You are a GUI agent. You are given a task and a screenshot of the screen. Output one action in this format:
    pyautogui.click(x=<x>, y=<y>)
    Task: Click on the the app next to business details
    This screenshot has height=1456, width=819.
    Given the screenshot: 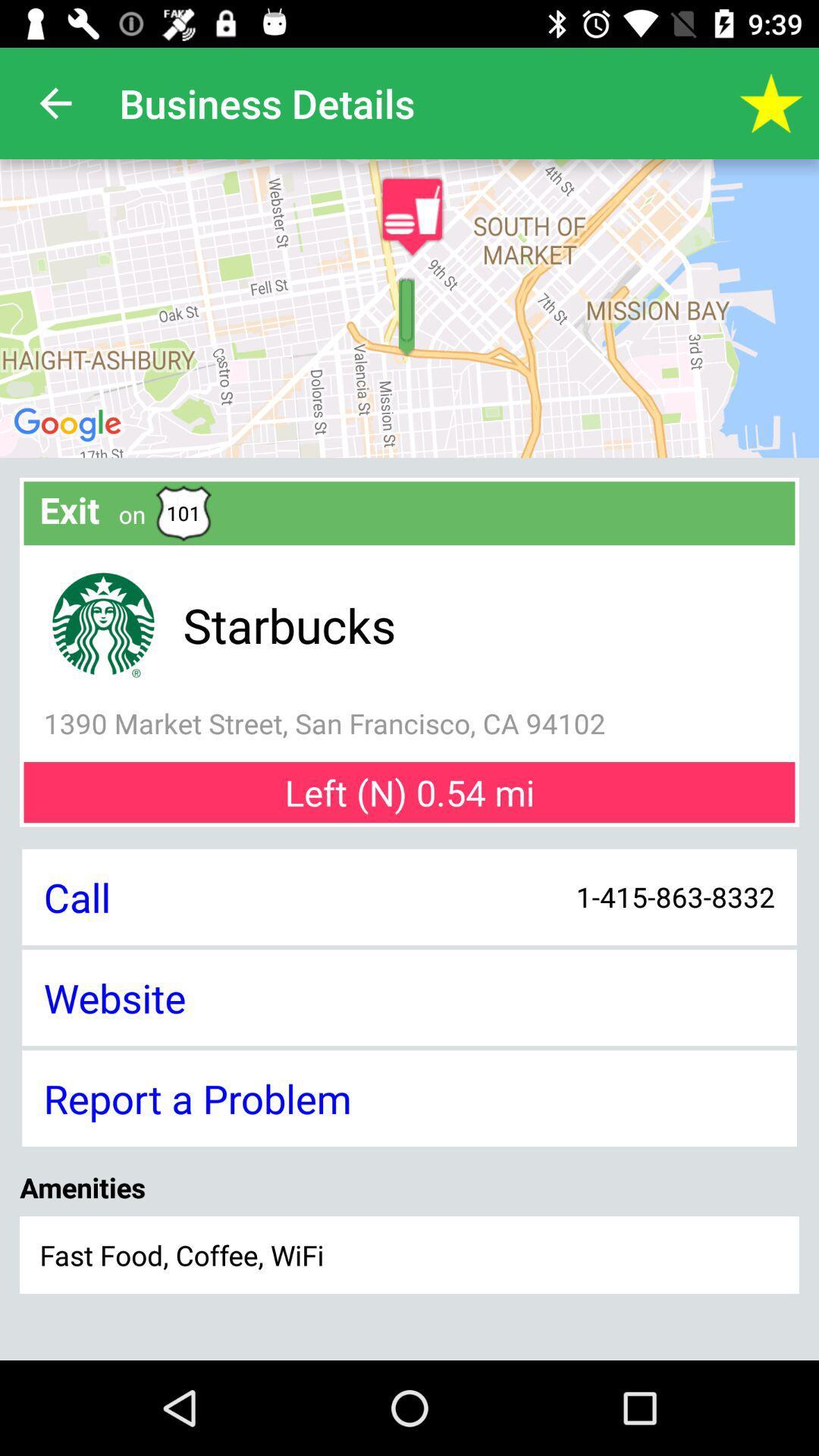 What is the action you would take?
    pyautogui.click(x=771, y=102)
    